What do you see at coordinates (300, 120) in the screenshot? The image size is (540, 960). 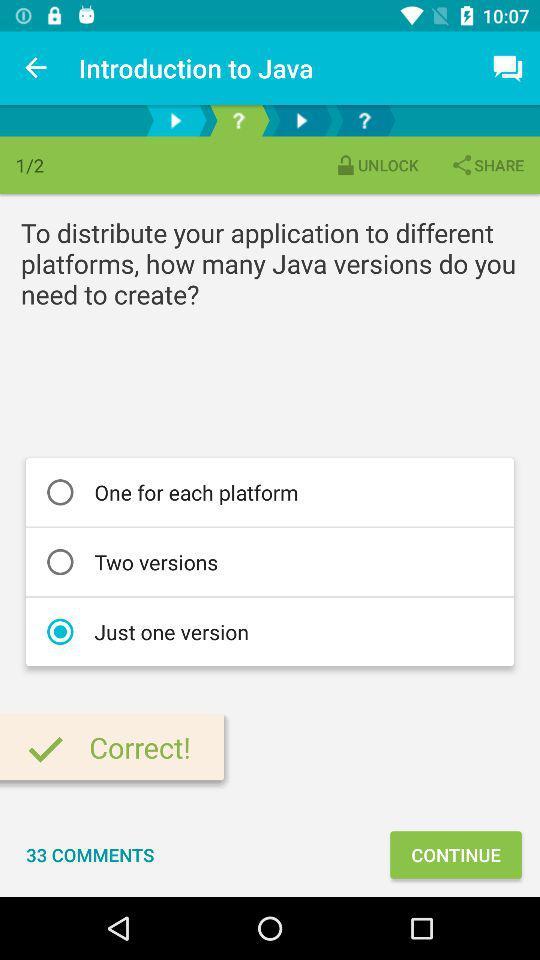 I see `next` at bounding box center [300, 120].